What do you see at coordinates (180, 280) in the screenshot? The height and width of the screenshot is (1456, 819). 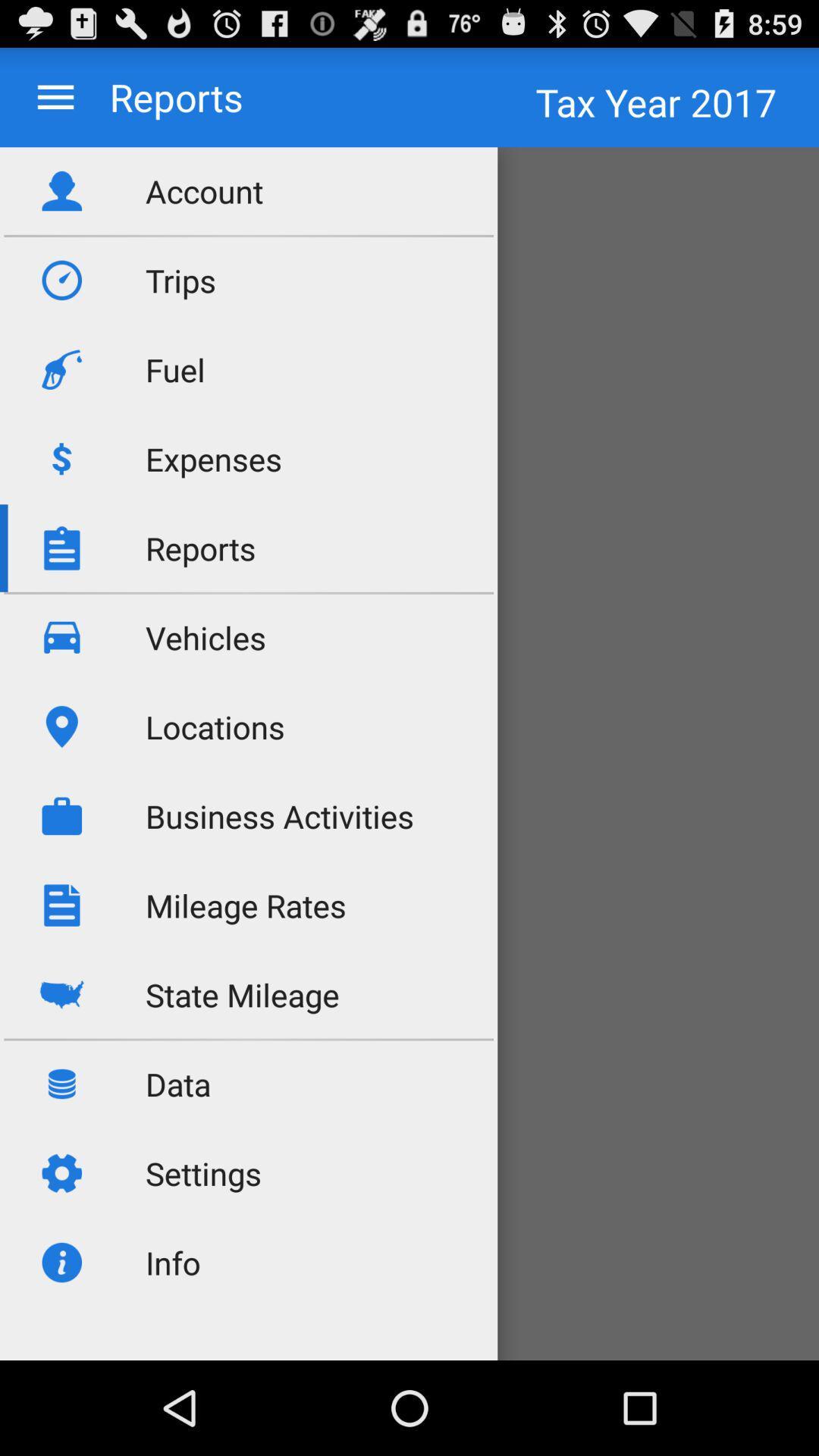 I see `the trips icon` at bounding box center [180, 280].